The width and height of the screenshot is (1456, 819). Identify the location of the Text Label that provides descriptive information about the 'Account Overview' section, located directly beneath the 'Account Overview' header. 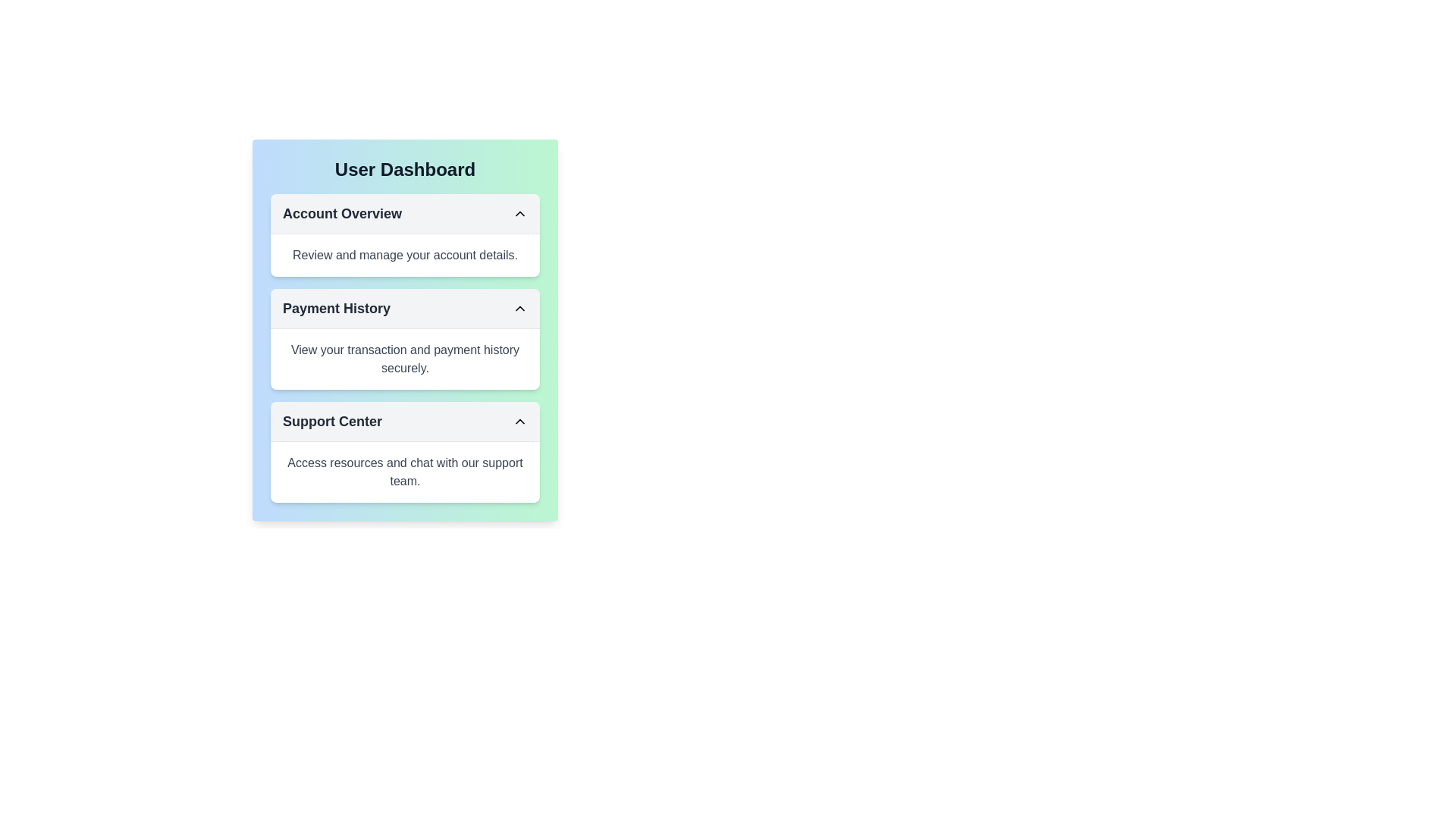
(405, 254).